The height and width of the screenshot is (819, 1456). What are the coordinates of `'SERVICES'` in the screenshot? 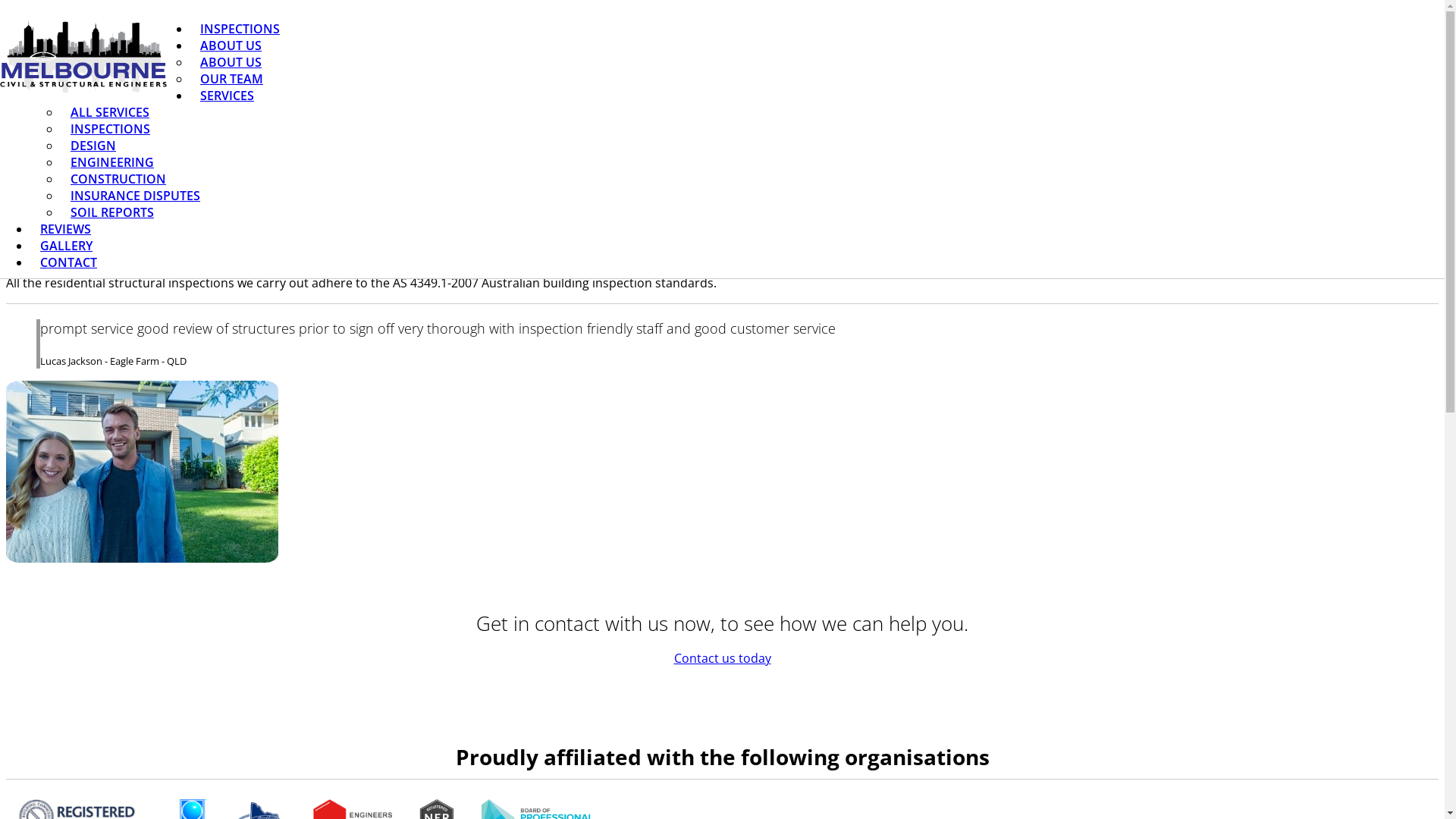 It's located at (228, 96).